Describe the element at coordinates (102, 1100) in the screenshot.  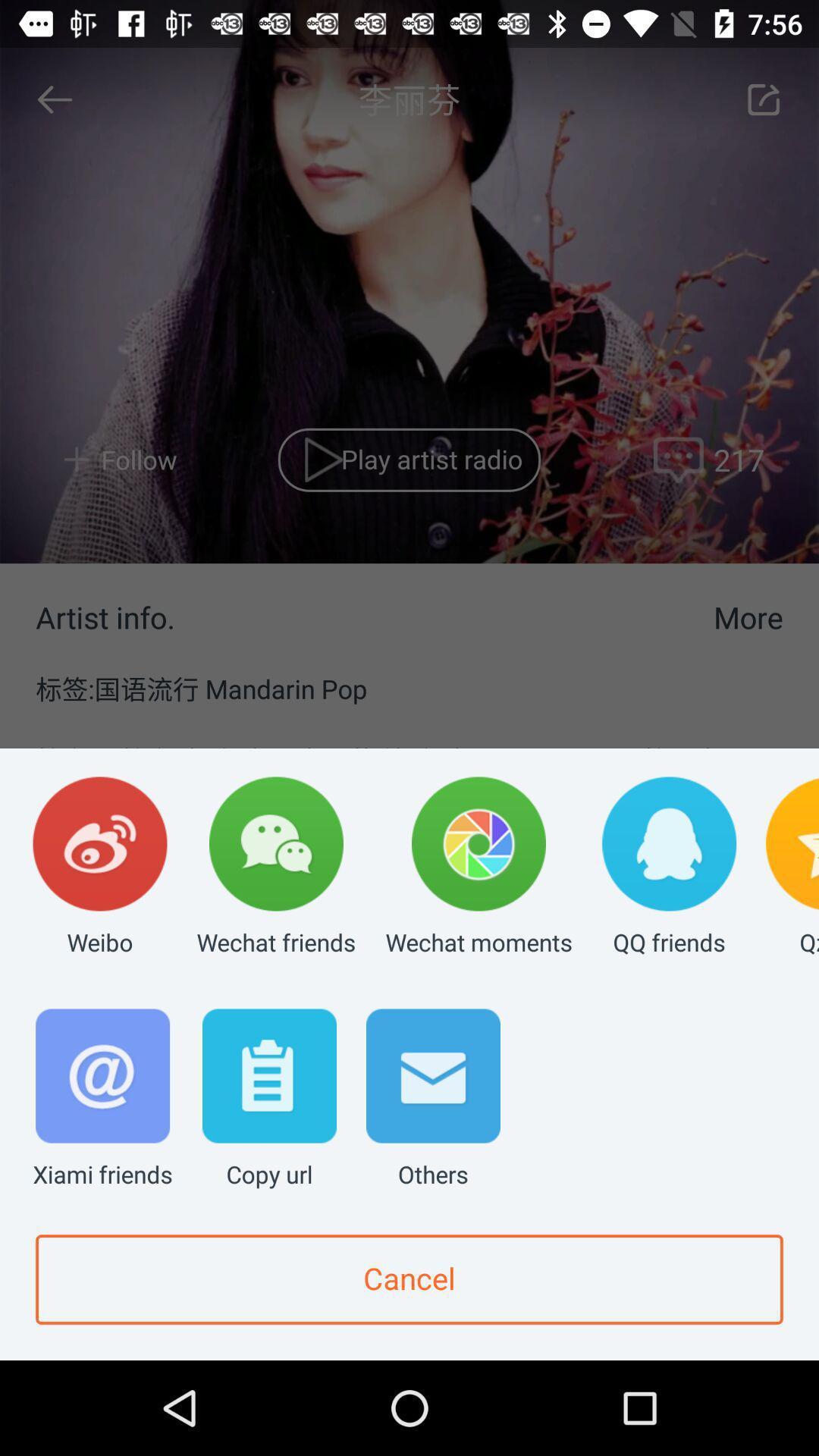
I see `xiami friends` at that location.